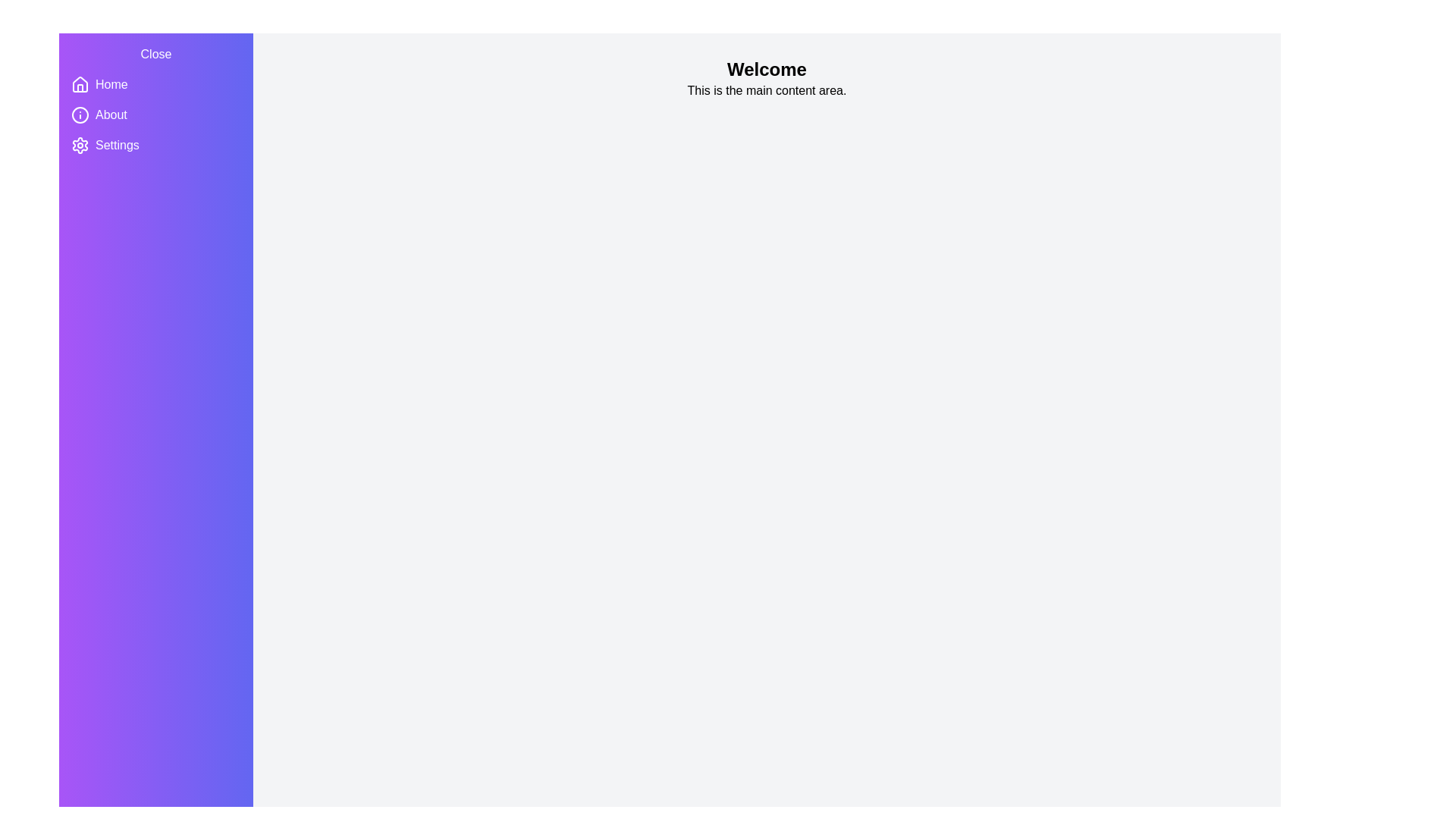  Describe the element at coordinates (111, 146) in the screenshot. I see `the Settings item in the drawer to navigate to the respective section` at that location.